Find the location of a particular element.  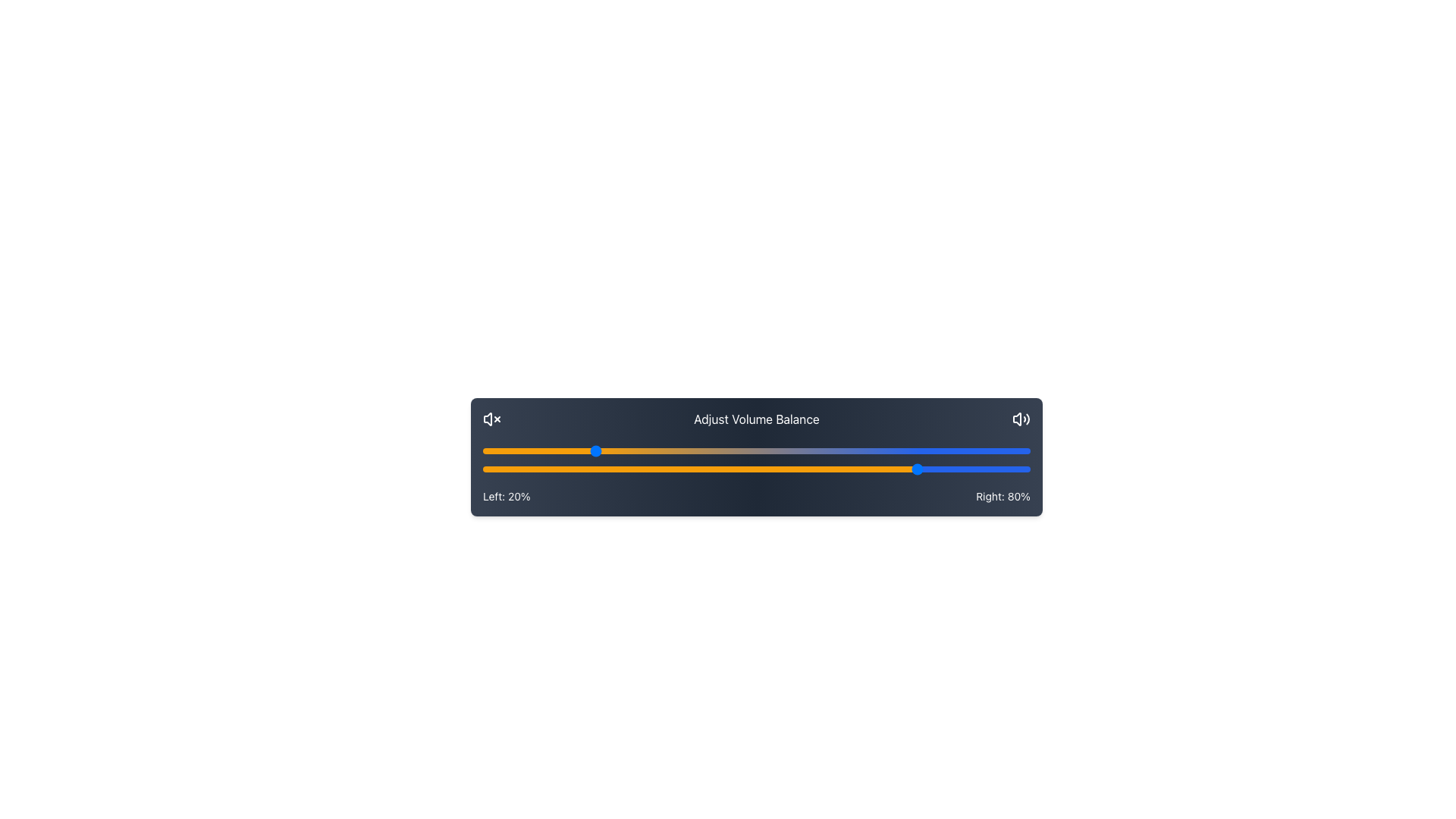

the left balance is located at coordinates (695, 450).